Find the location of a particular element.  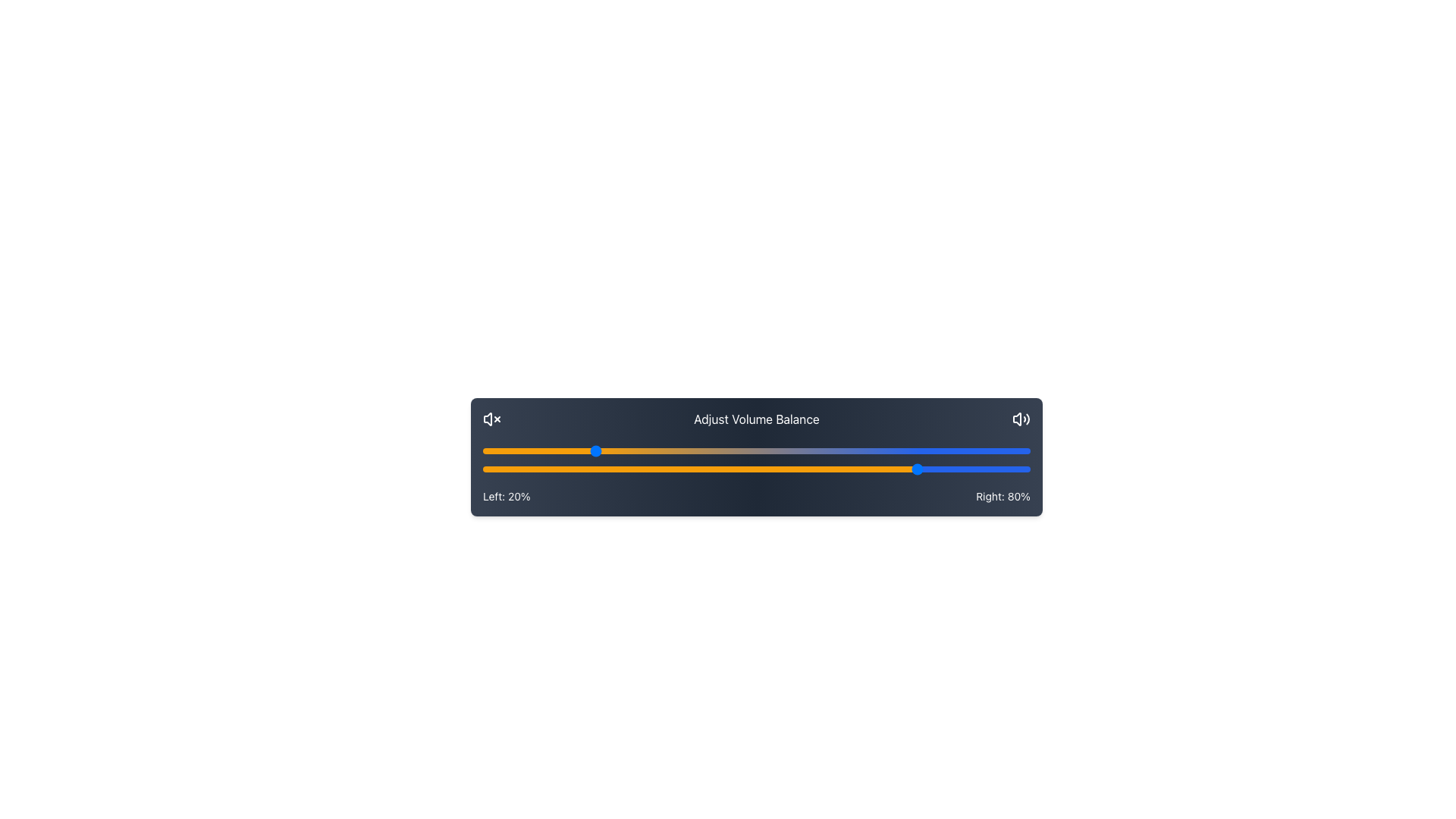

the left balance is located at coordinates (695, 450).